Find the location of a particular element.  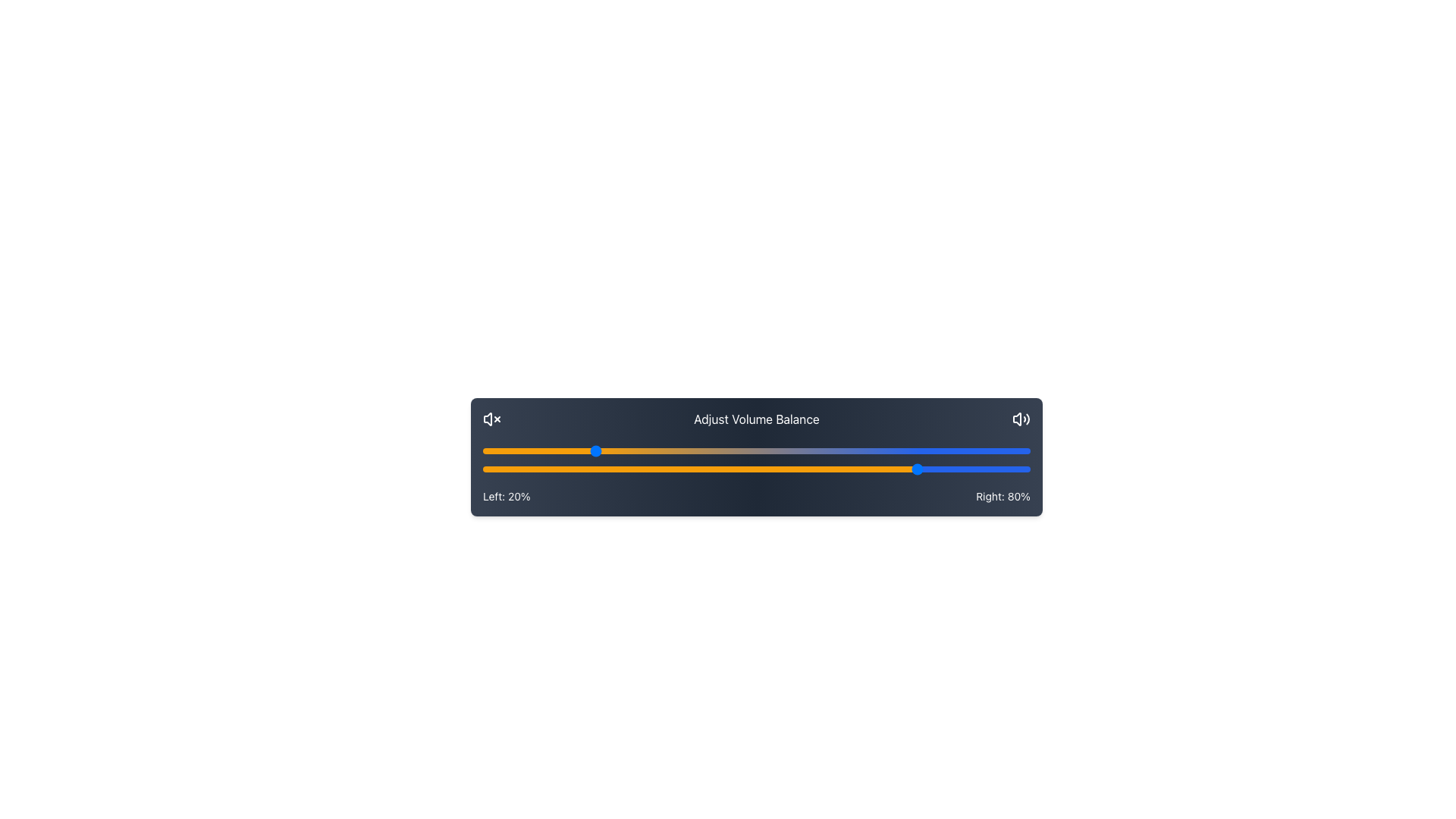

the left balance is located at coordinates (695, 450).